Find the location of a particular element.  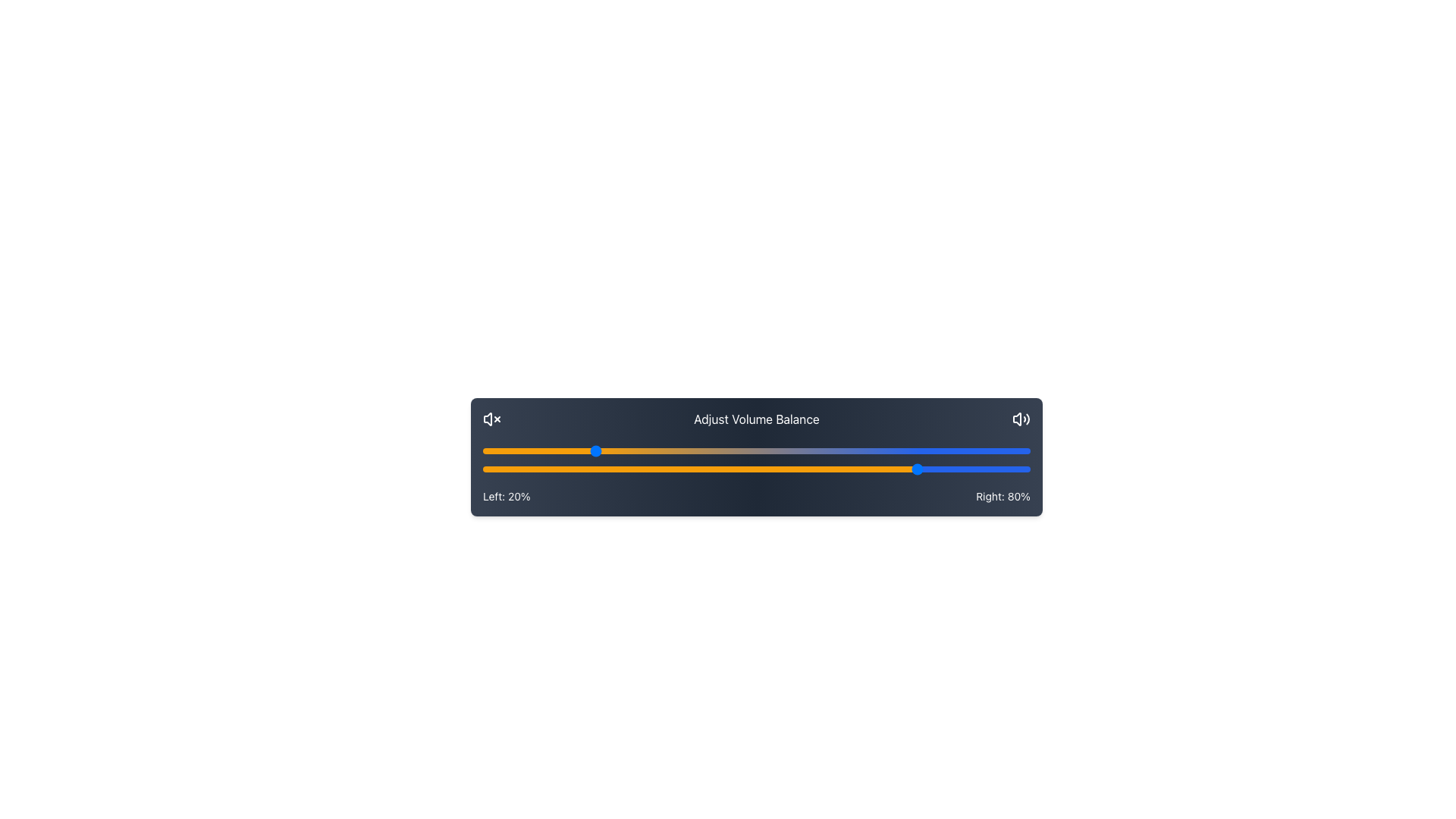

the left balance is located at coordinates (695, 450).